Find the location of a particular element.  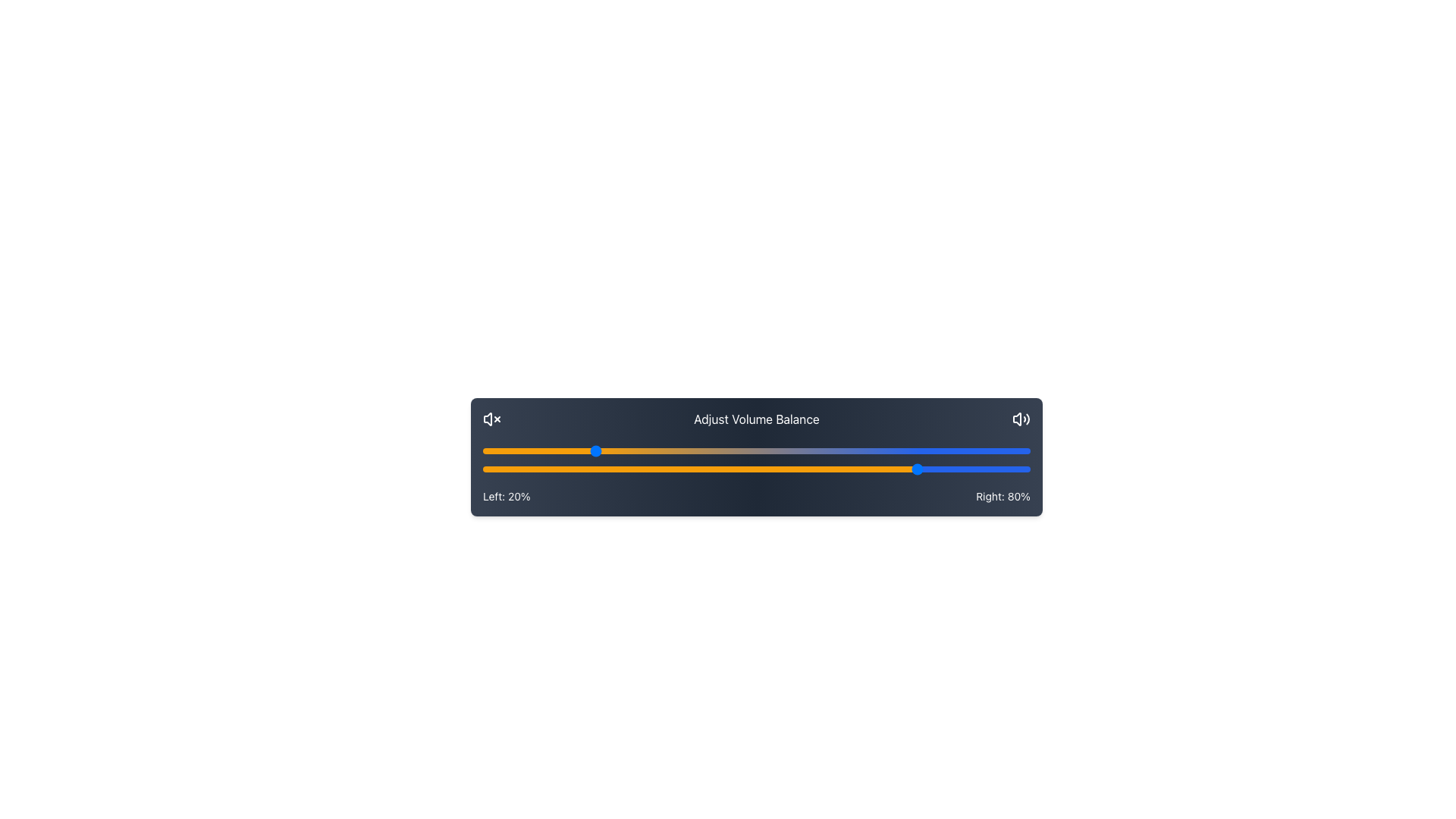

the left balance is located at coordinates (695, 450).